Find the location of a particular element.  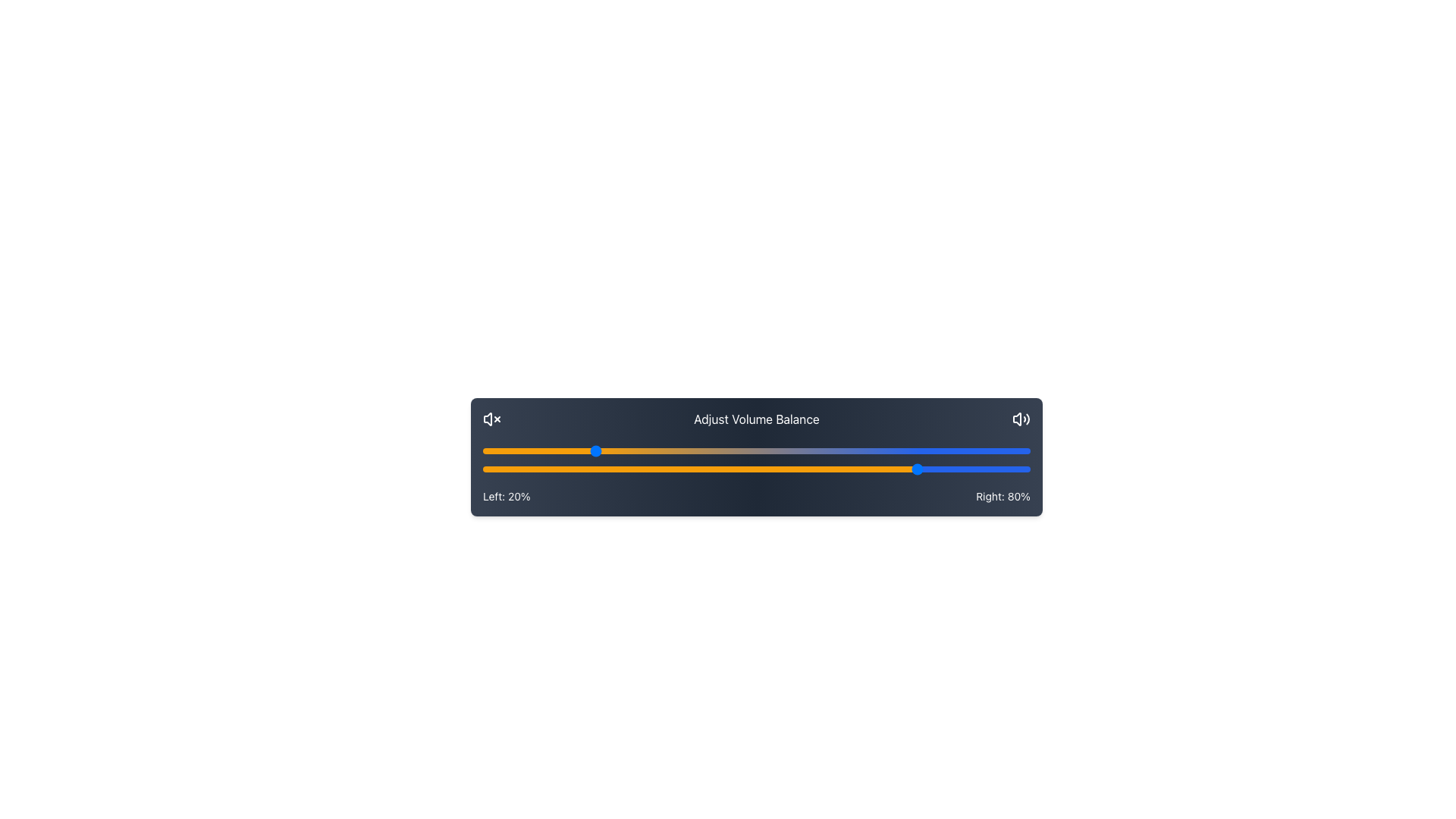

the left balance is located at coordinates (695, 450).